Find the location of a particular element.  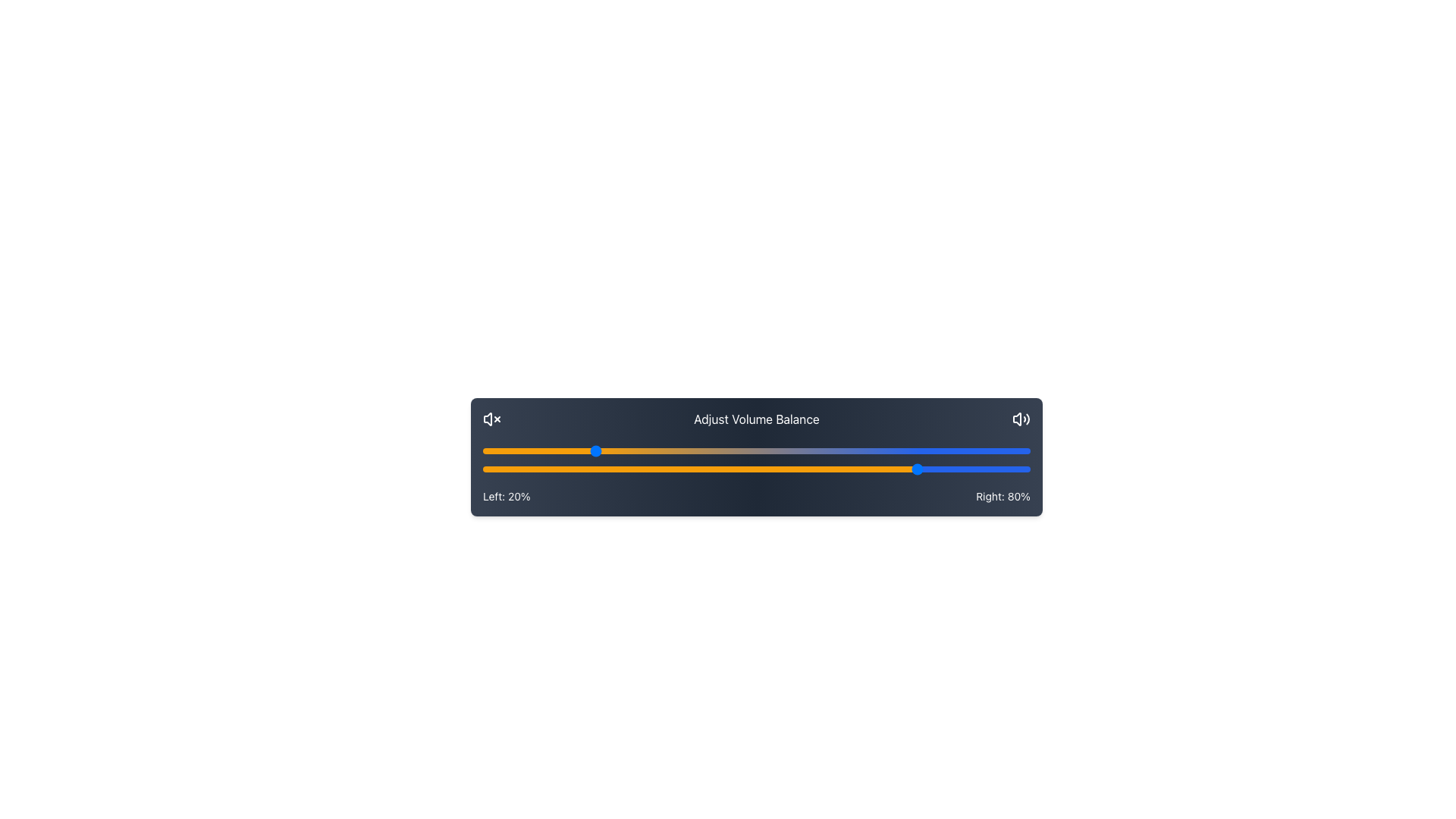

the left balance is located at coordinates (695, 450).